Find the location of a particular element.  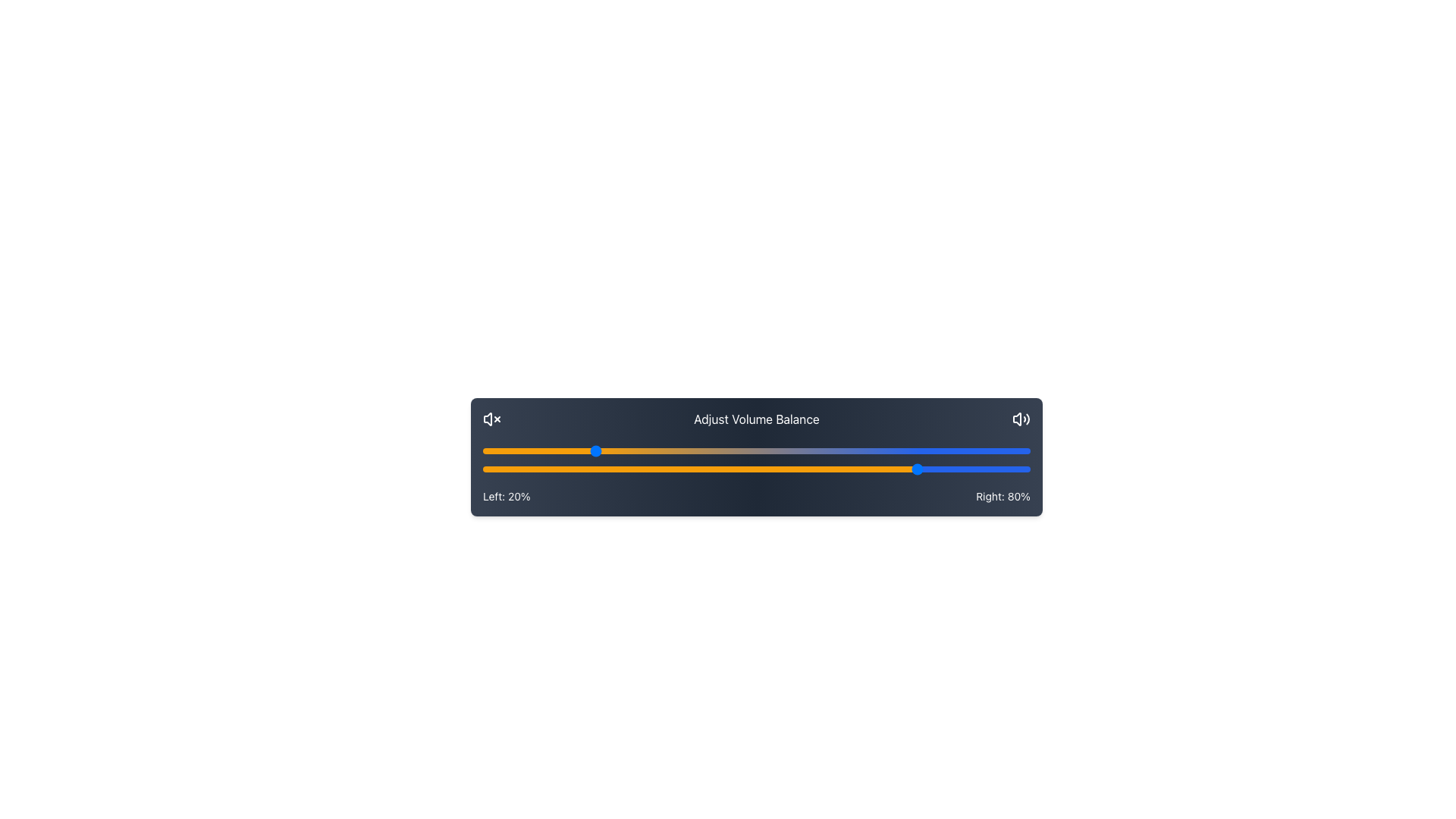

the left balance is located at coordinates (695, 450).